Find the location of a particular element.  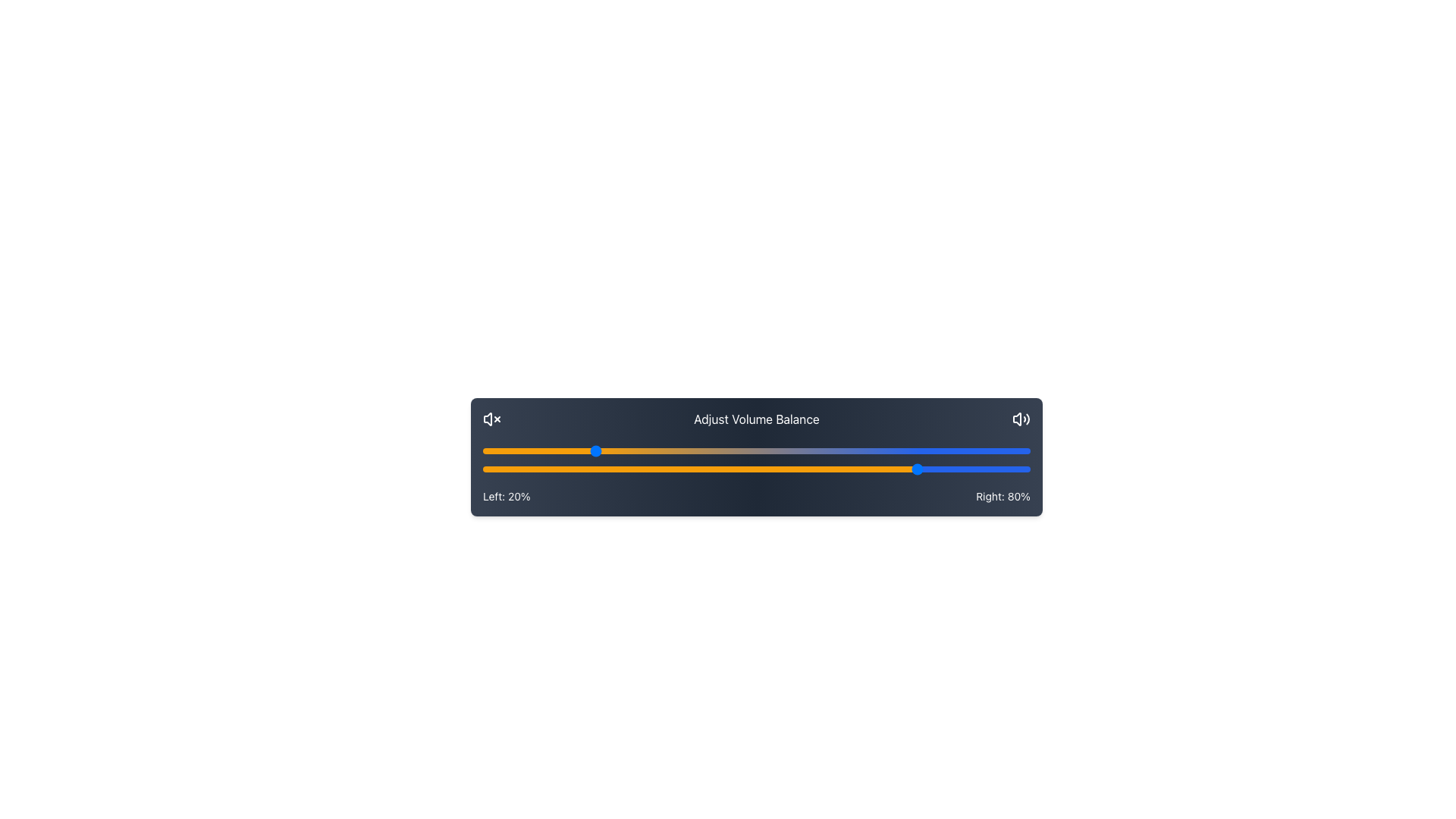

the left balance is located at coordinates (695, 450).